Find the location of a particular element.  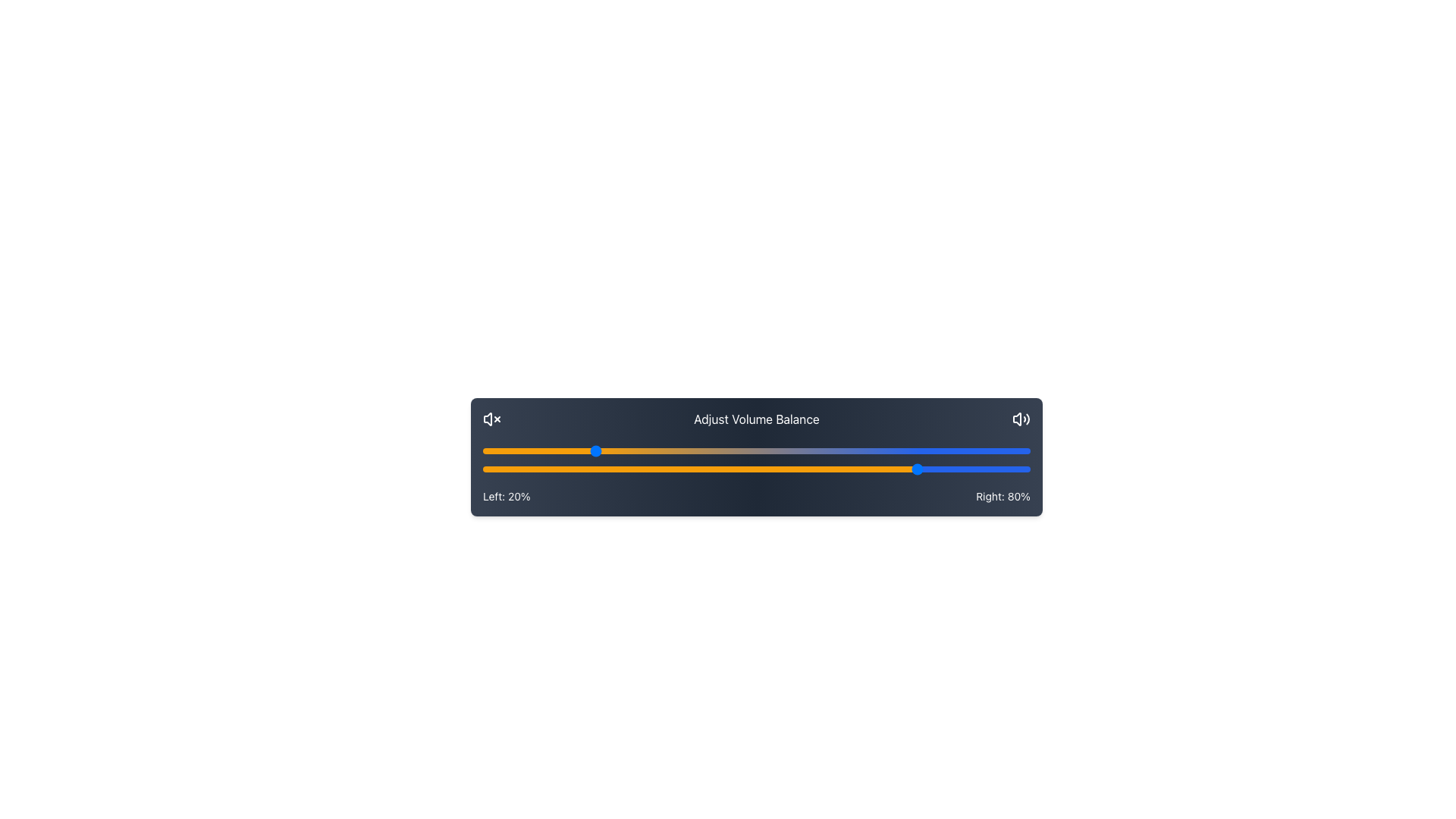

the left balance is located at coordinates (695, 450).